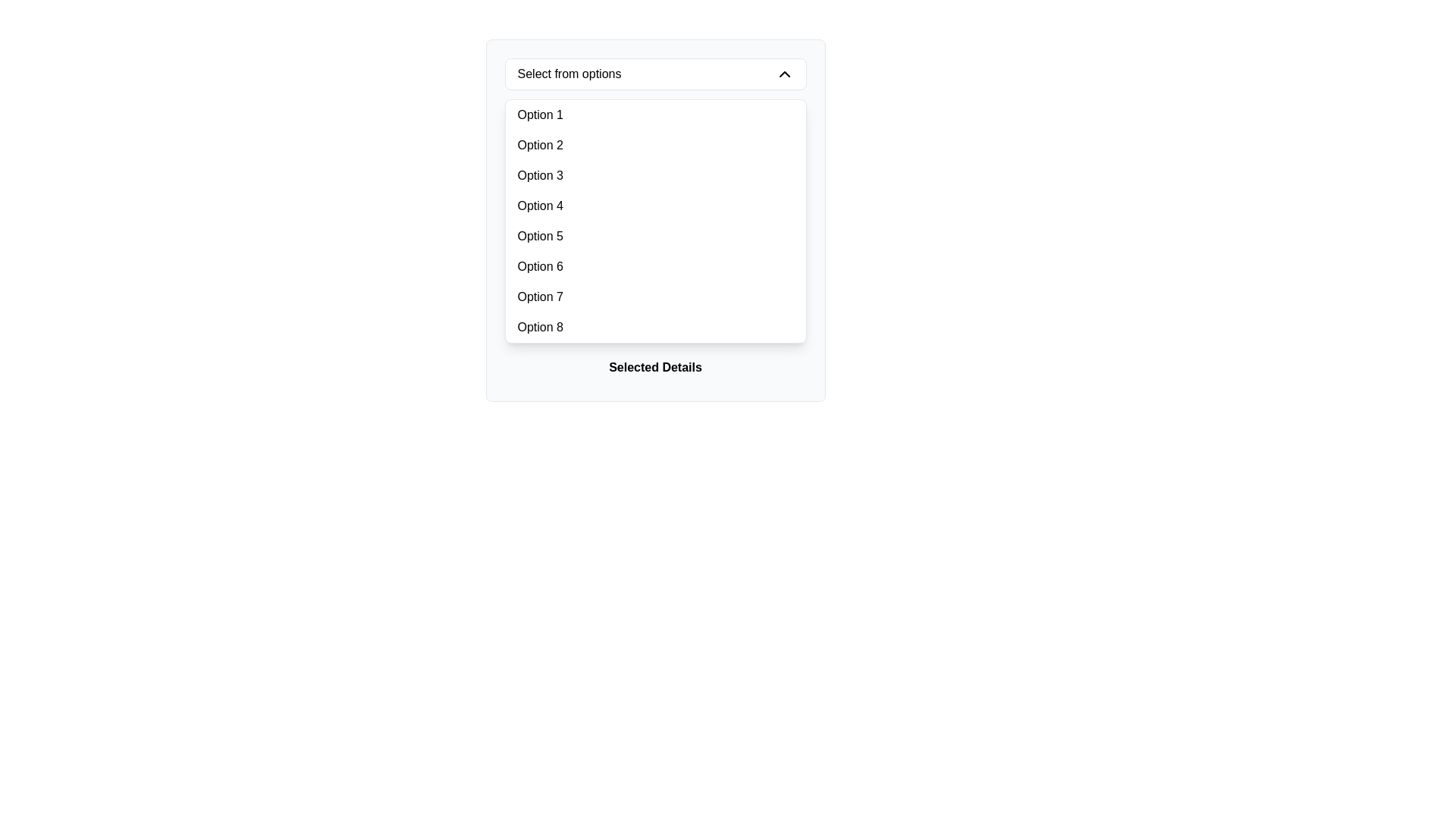 The image size is (1456, 819). I want to click on the 'Option 4' text label in the dropdown menu, so click(540, 206).